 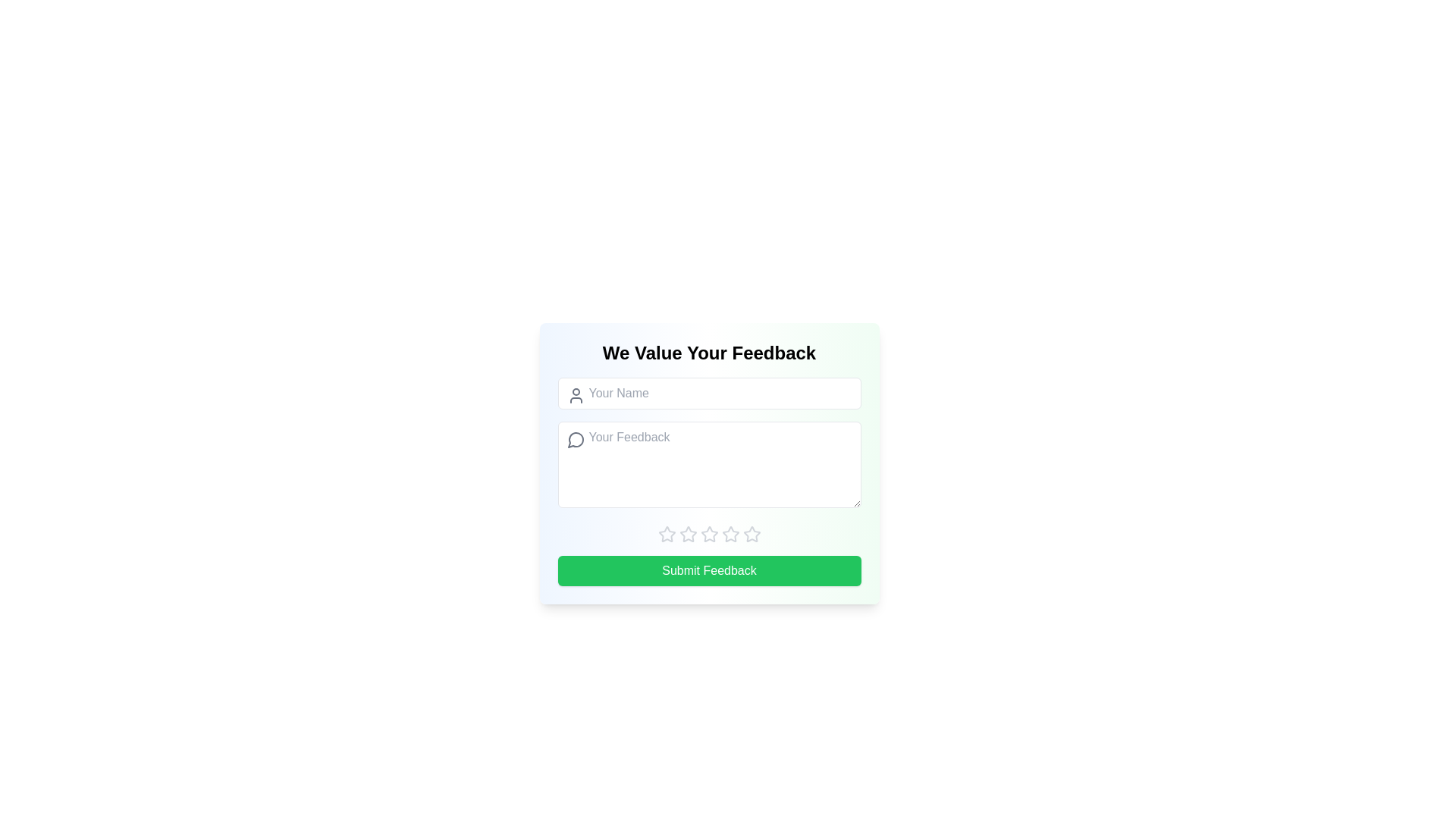 I want to click on the first star icon in the row of five star icons, so click(x=667, y=533).